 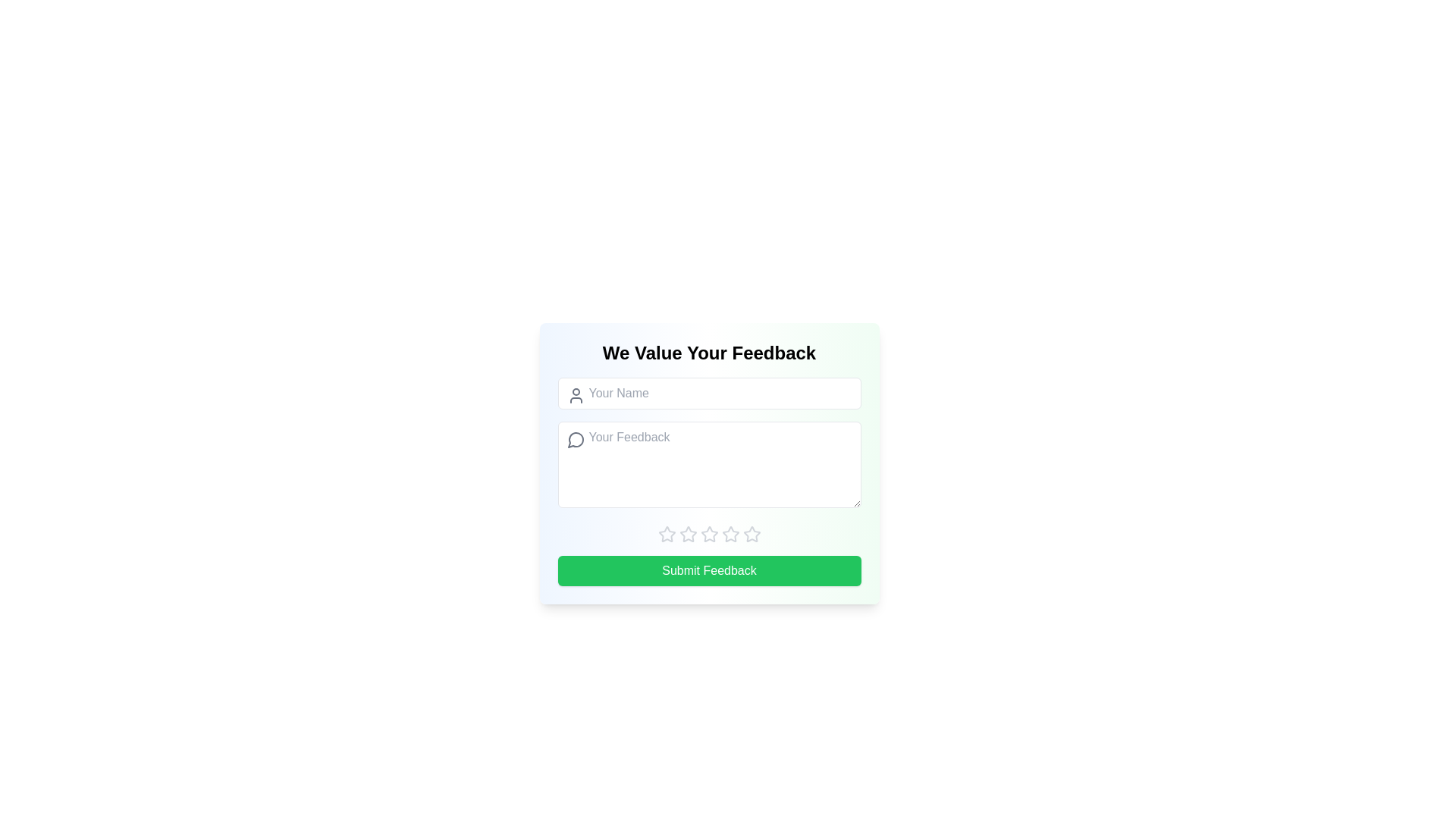 I want to click on the first star icon in the row of five star icons, so click(x=667, y=533).